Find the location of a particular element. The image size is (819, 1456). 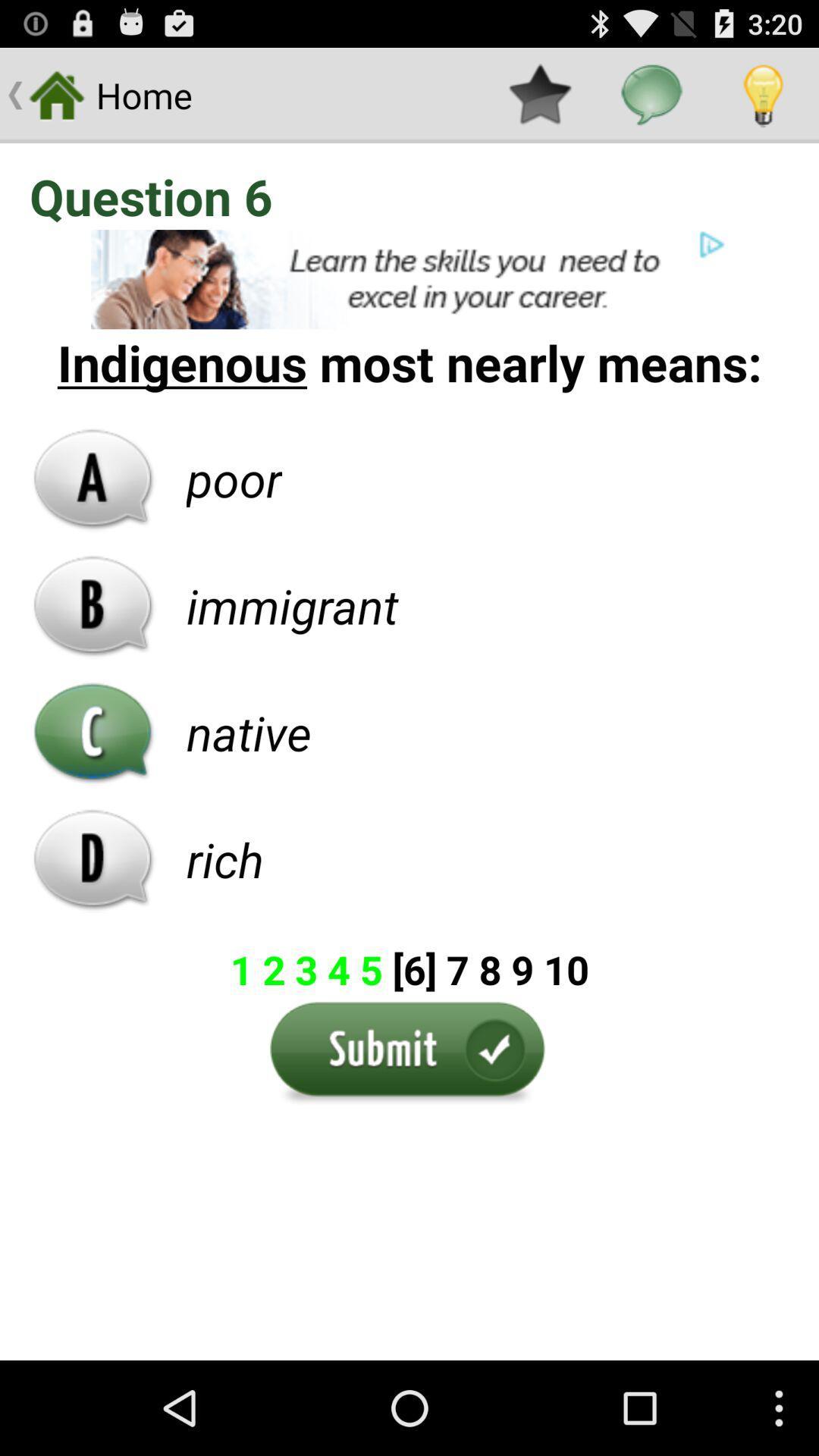

the font icon is located at coordinates (93, 513).